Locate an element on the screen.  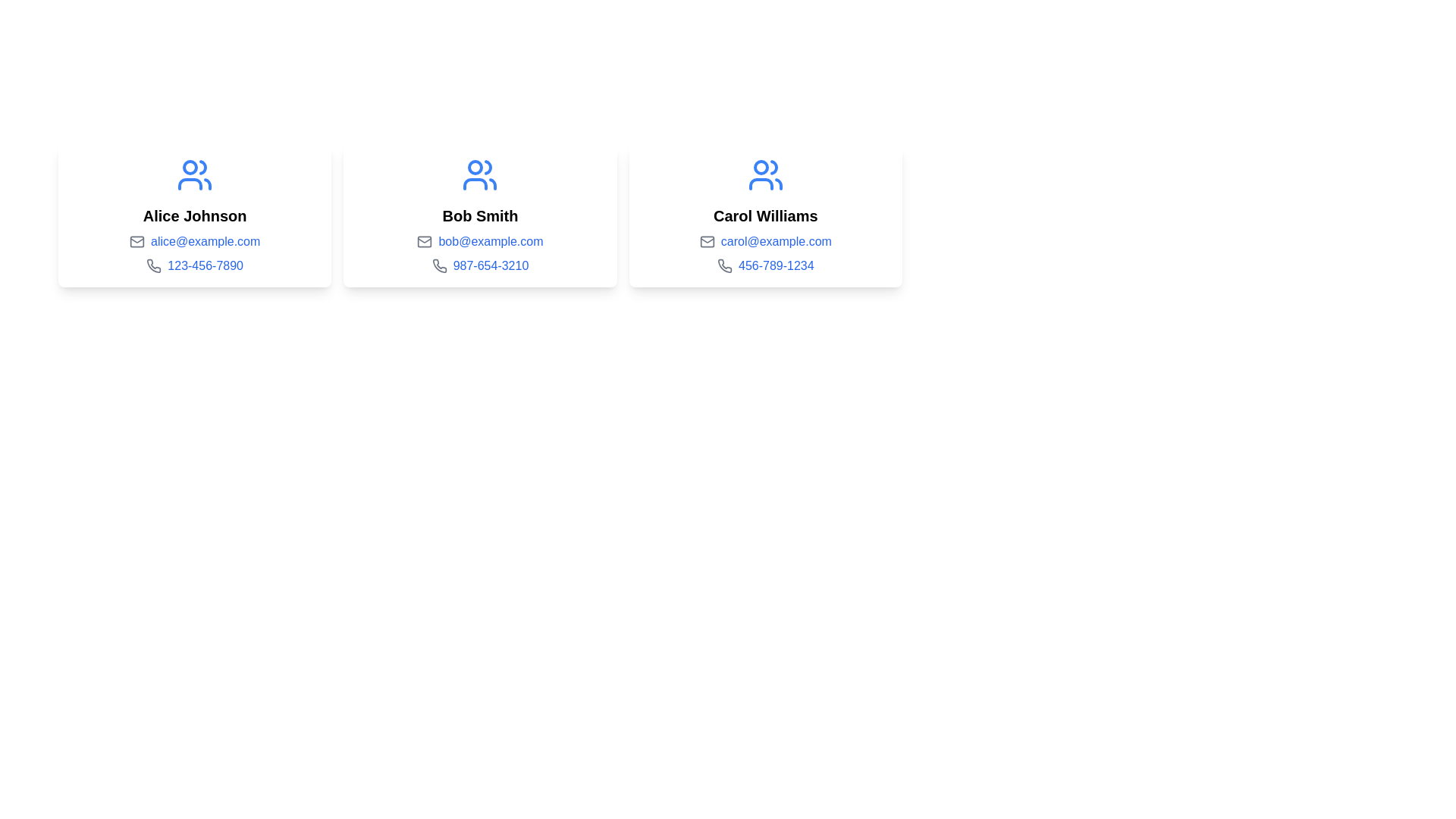
the phone handset icon represented as an SVG graphic located in the bottom section of the card labeled 'Bob Smith', beside the phone number '987-654-3210' is located at coordinates (438, 265).